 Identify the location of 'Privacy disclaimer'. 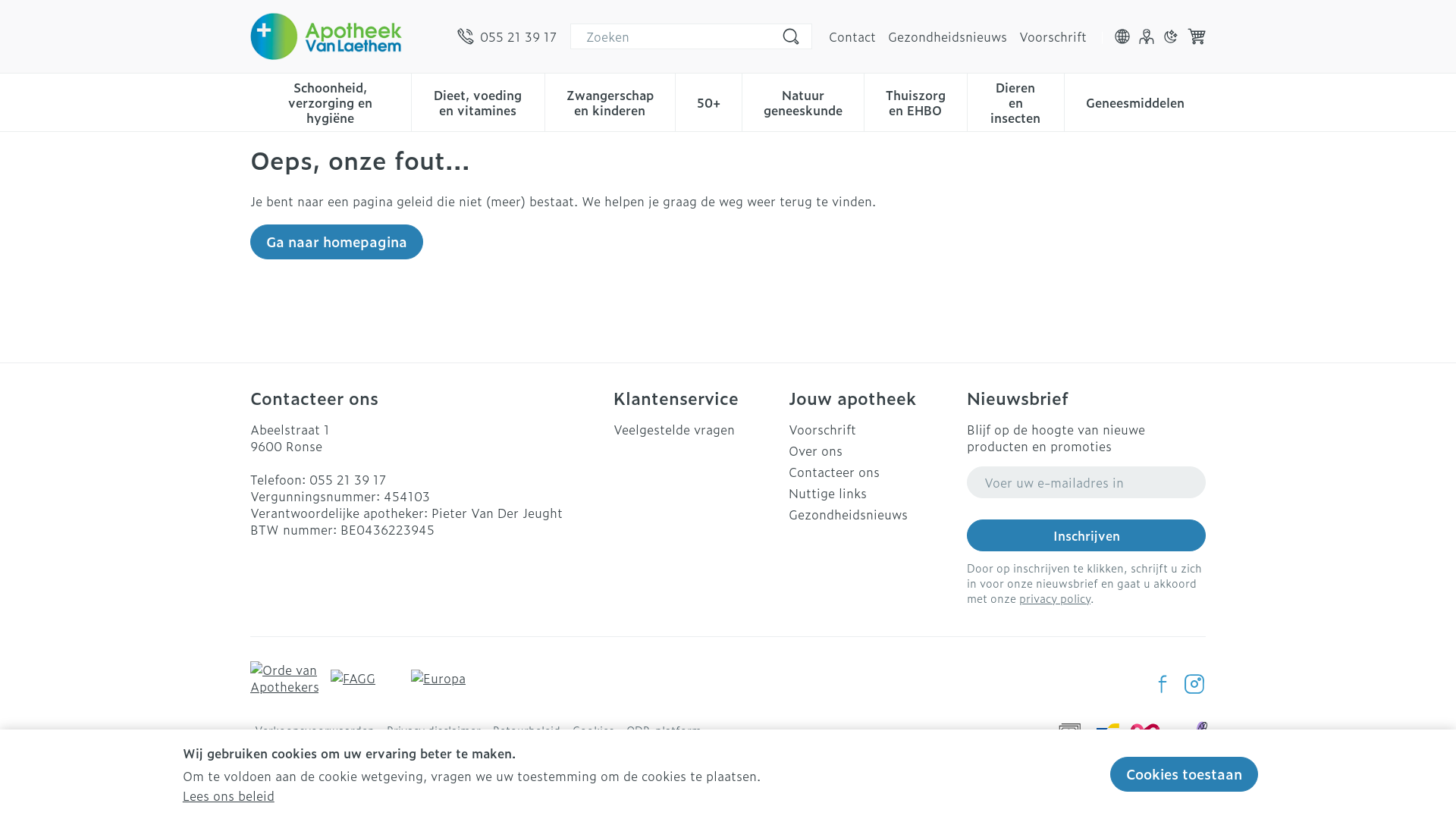
(386, 730).